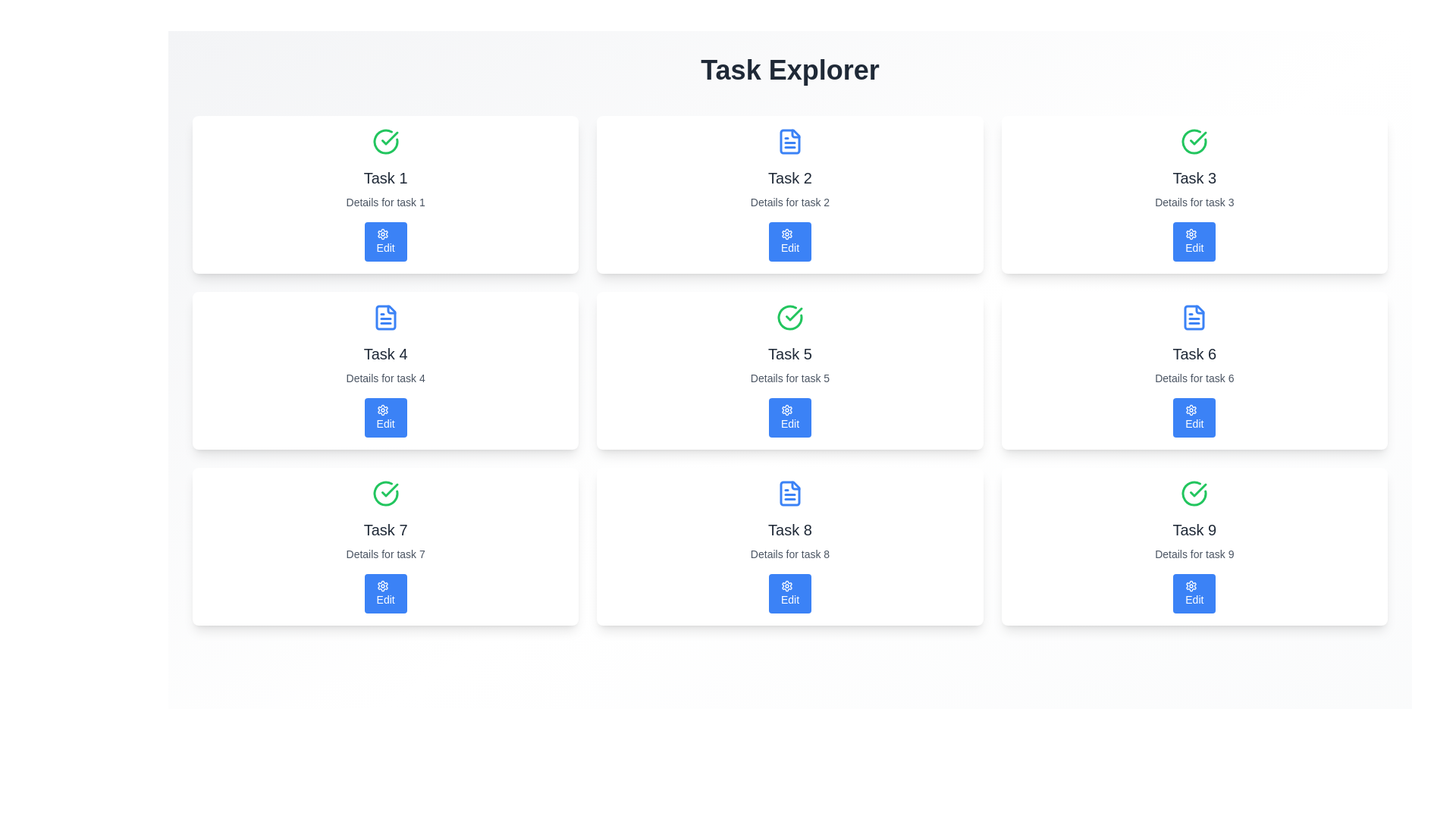 This screenshot has height=819, width=1456. I want to click on the text label displaying 'Task 6', which is styled with a bold, large font and positioned prominently in the center of the card labeled 'Task 6', so click(1194, 353).